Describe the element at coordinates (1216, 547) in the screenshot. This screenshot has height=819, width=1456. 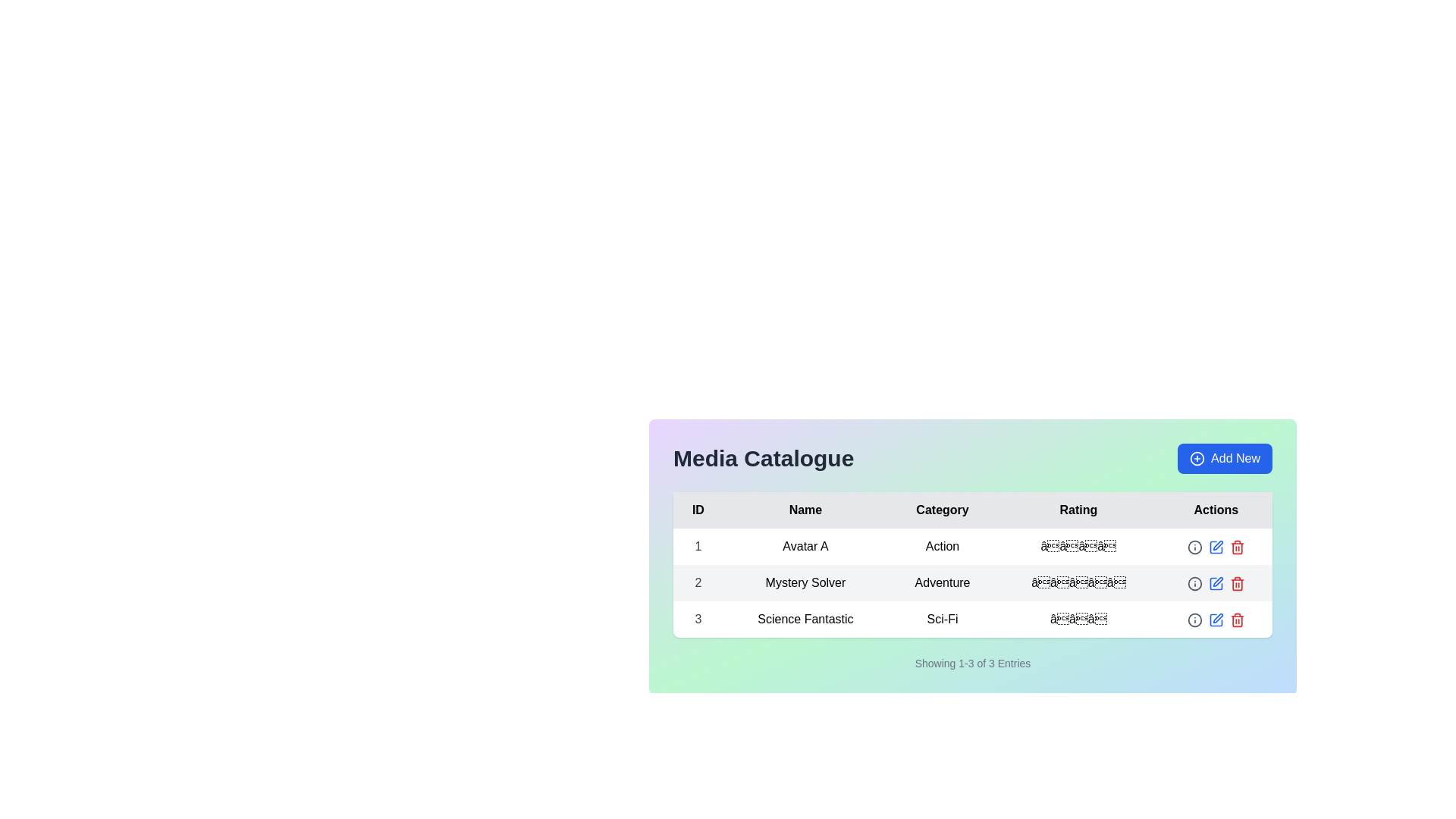
I see `the first SVG icon in the 'Actions' column of the Media Catalogue table for the 'Science Fantastic' row` at that location.